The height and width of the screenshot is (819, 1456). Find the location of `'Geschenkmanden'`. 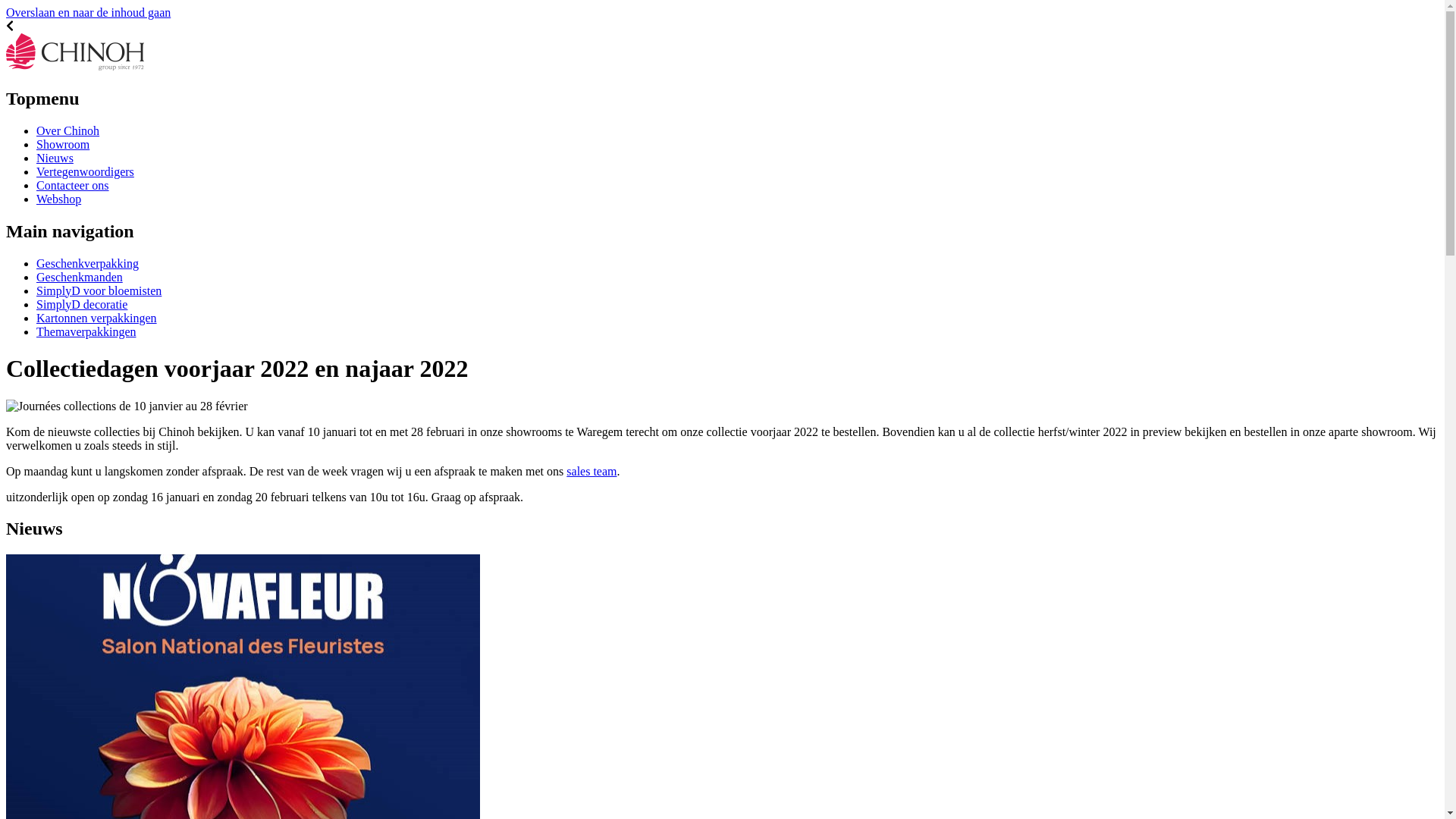

'Geschenkmanden' is located at coordinates (79, 277).